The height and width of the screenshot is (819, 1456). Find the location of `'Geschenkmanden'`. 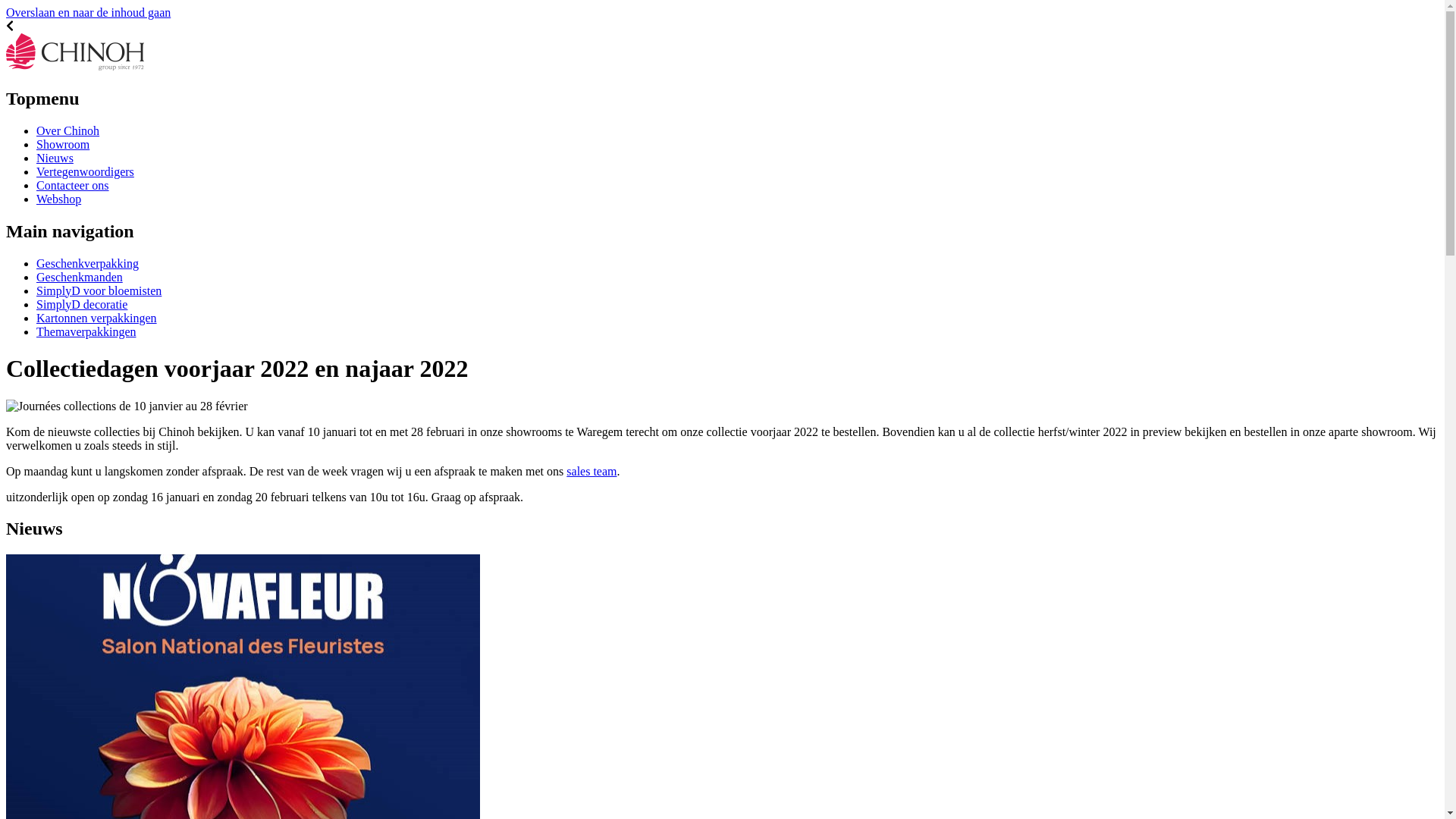

'Geschenkmanden' is located at coordinates (79, 277).